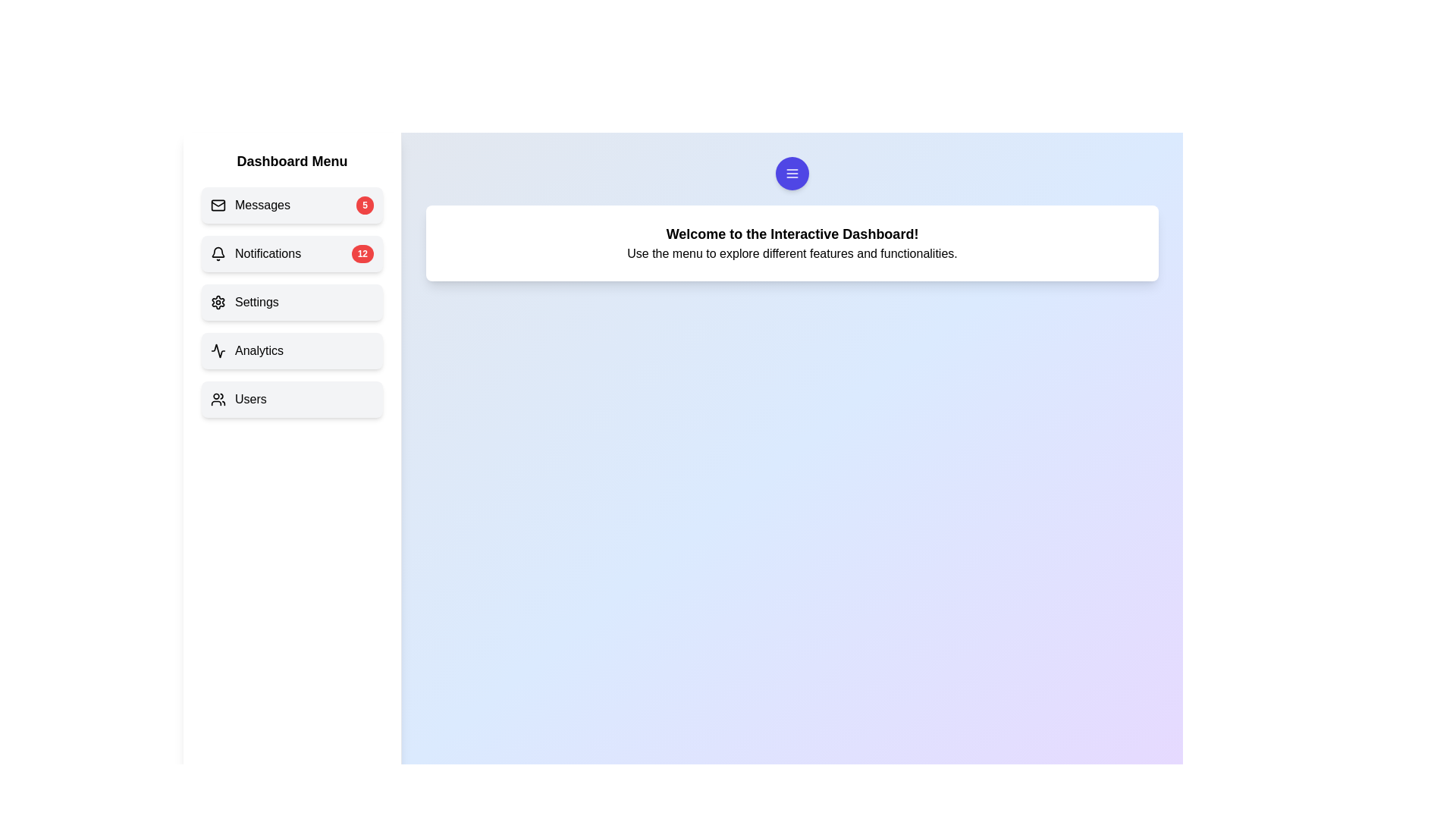 This screenshot has height=819, width=1456. I want to click on the menu item Analytics to navigate to its respective section, so click(292, 350).